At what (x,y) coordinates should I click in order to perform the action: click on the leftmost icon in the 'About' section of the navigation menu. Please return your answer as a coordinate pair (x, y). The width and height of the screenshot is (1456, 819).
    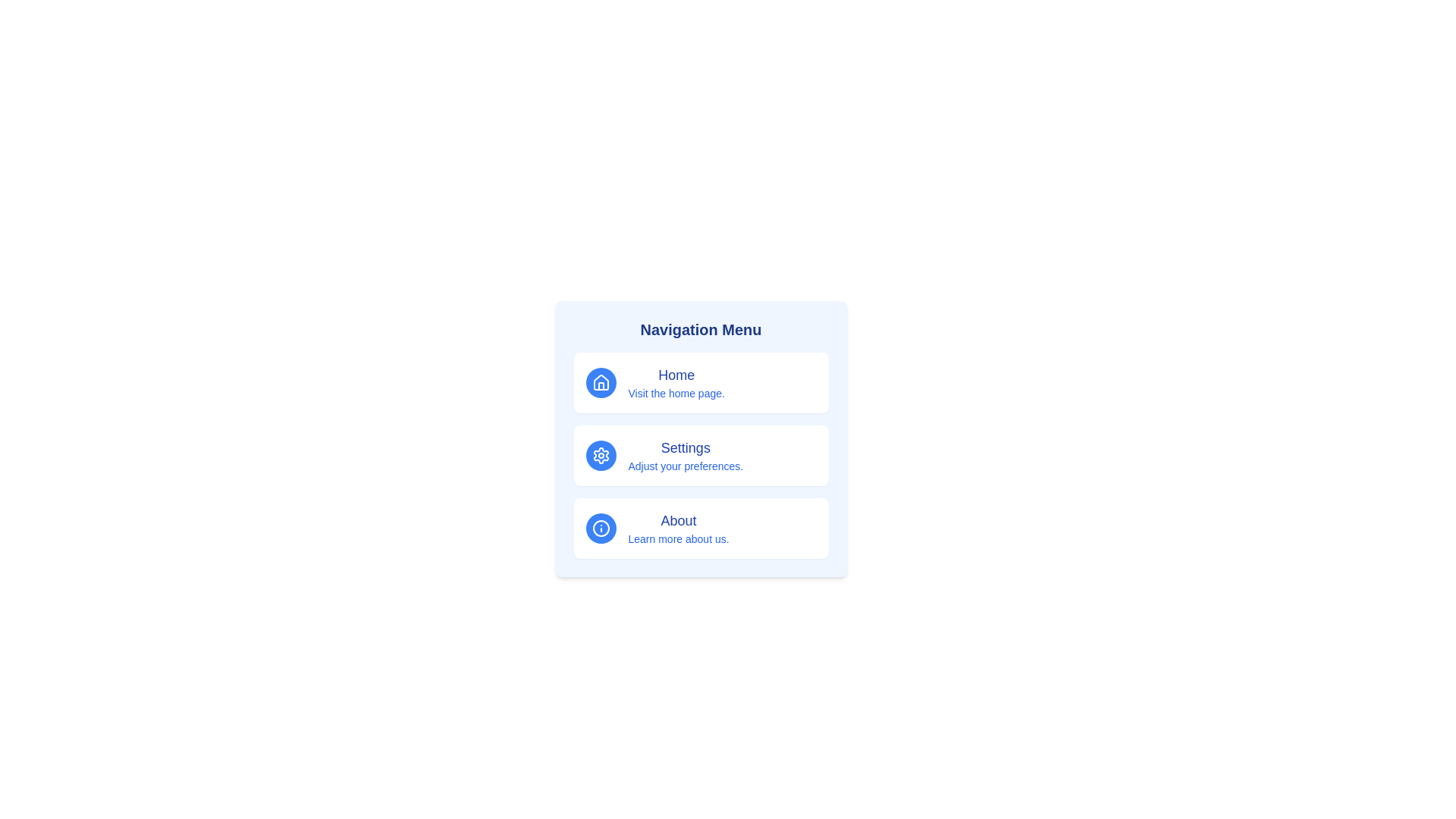
    Looking at the image, I should click on (600, 528).